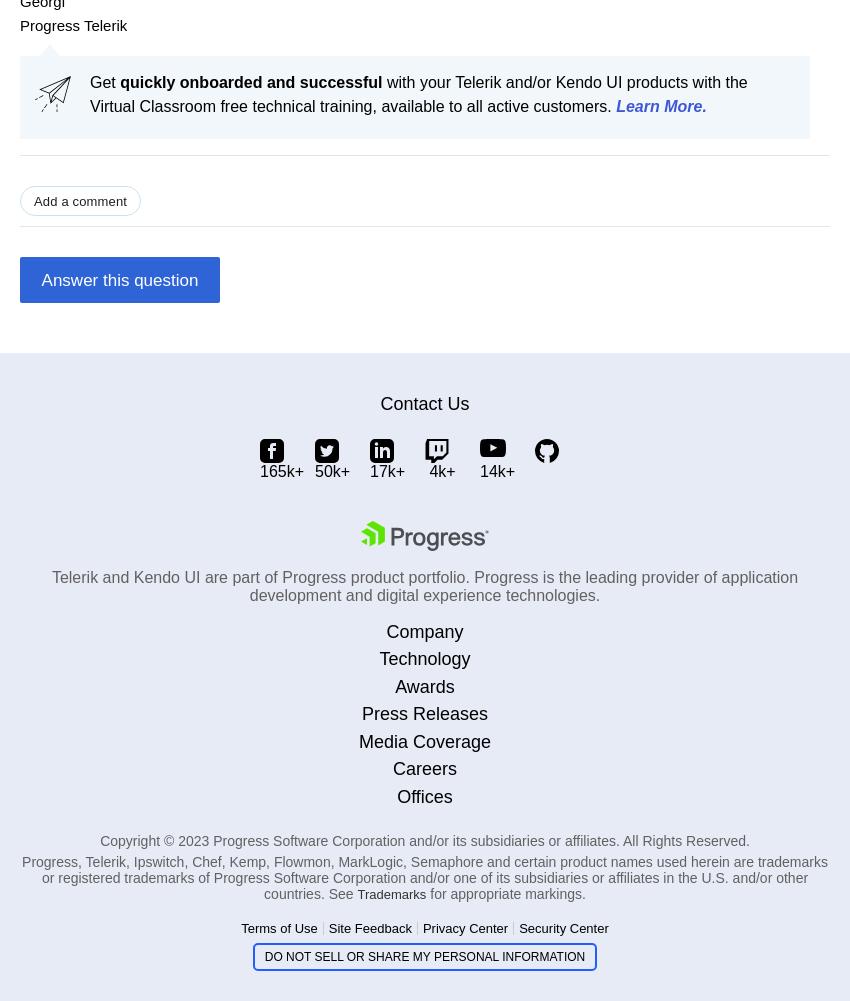  What do you see at coordinates (424, 657) in the screenshot?
I see `'Technology'` at bounding box center [424, 657].